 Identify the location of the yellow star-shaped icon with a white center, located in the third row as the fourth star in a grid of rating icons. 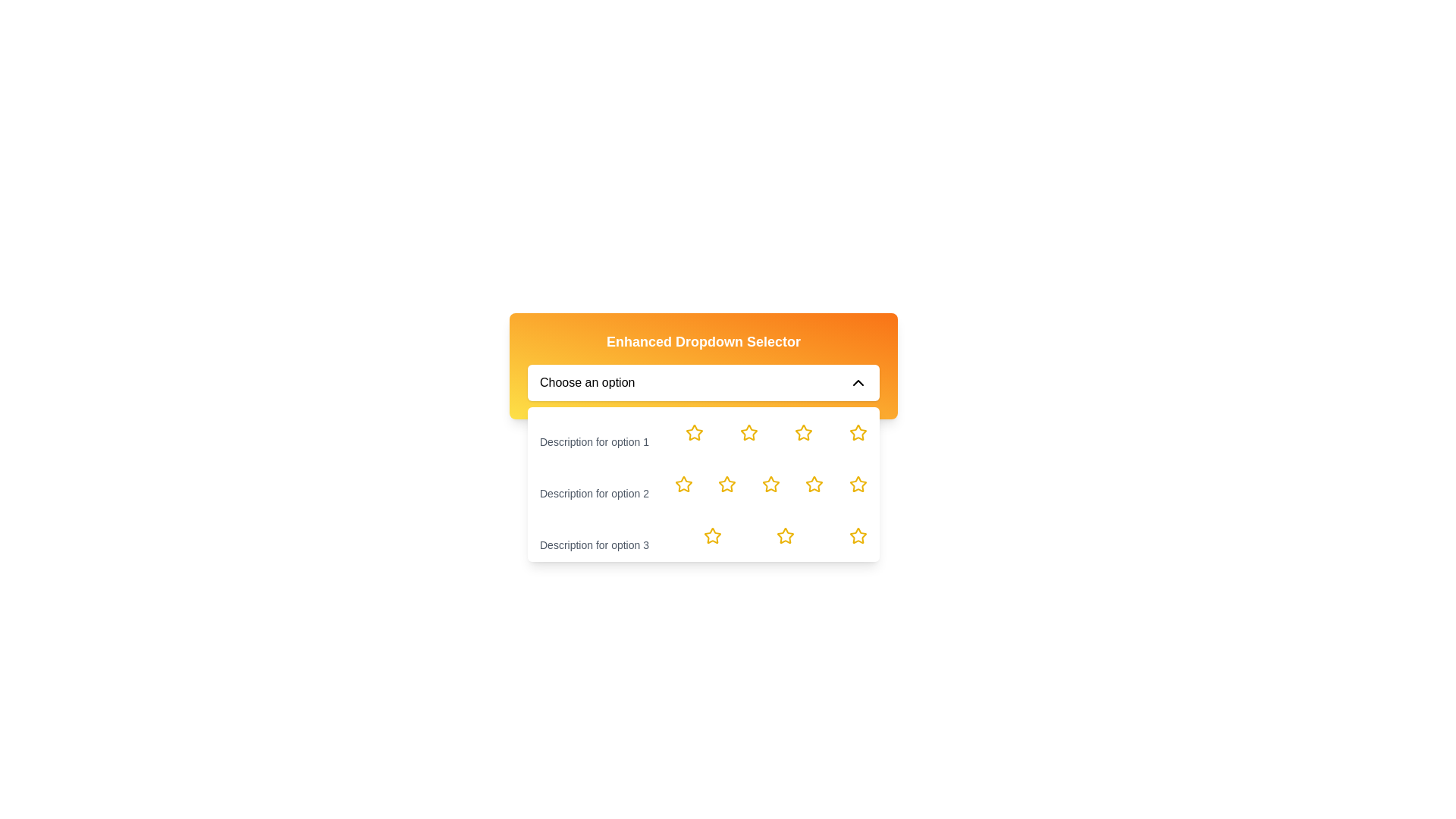
(803, 432).